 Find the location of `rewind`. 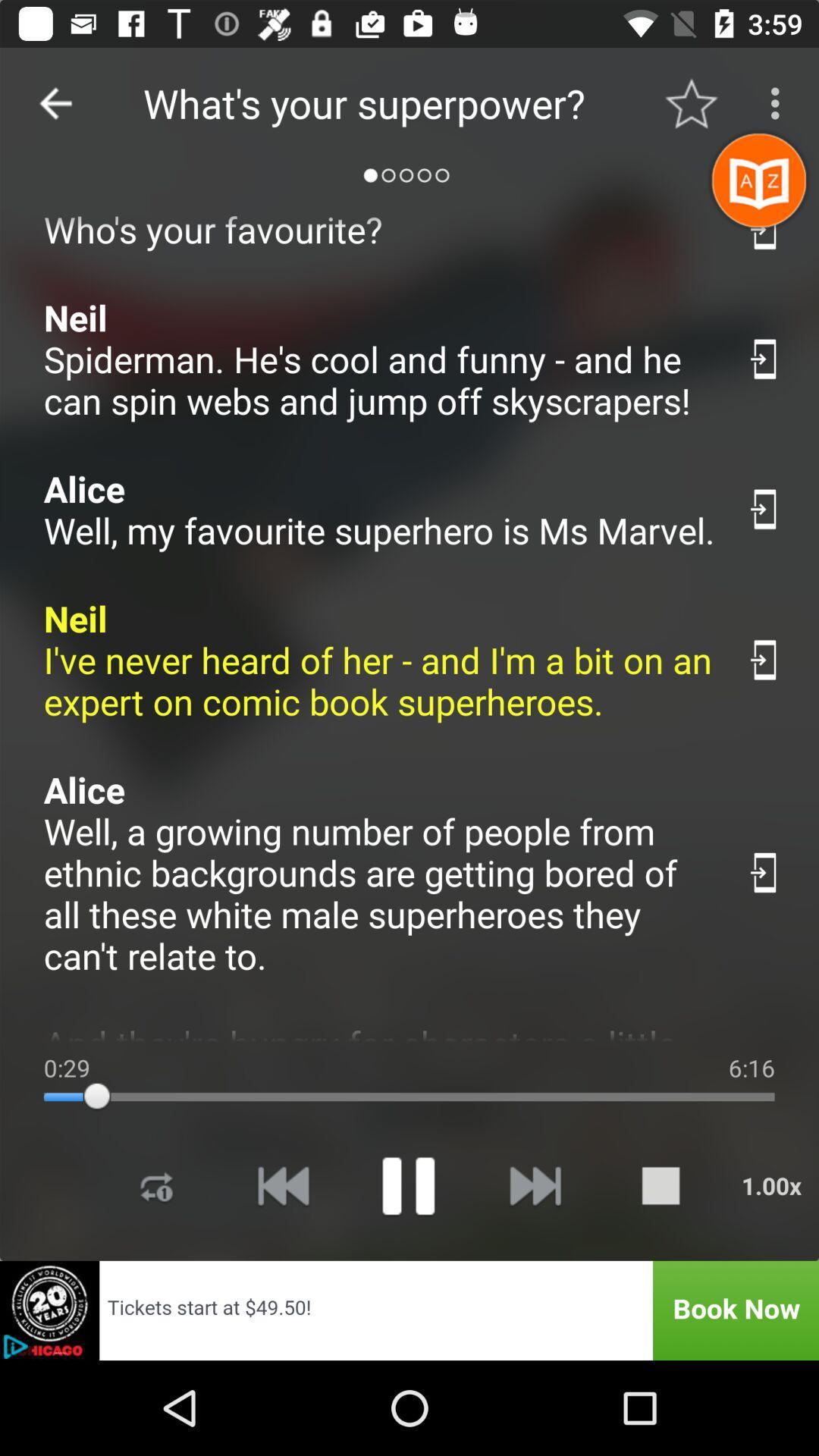

rewind is located at coordinates (283, 1185).